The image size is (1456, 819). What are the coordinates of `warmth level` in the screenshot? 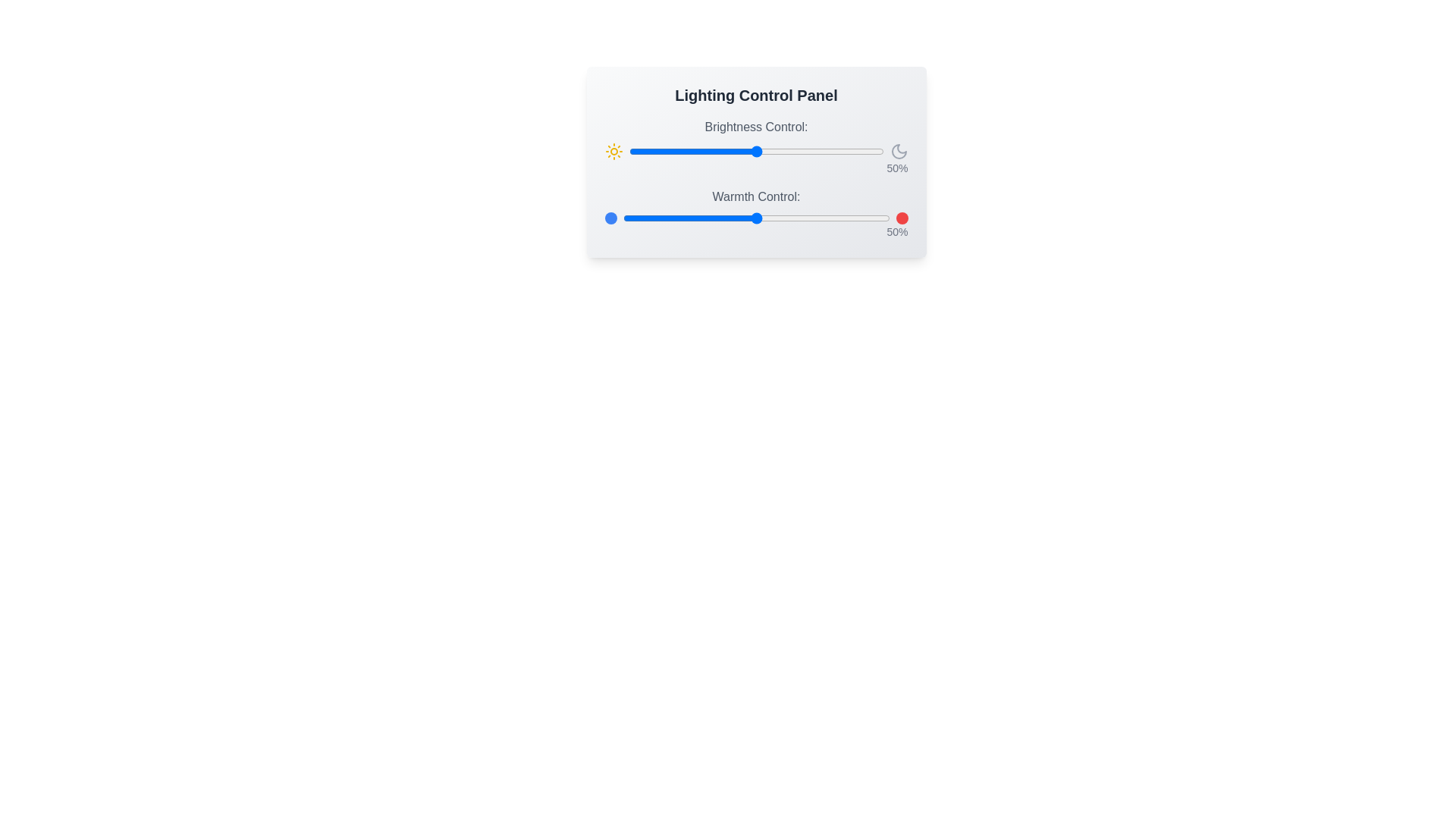 It's located at (675, 218).